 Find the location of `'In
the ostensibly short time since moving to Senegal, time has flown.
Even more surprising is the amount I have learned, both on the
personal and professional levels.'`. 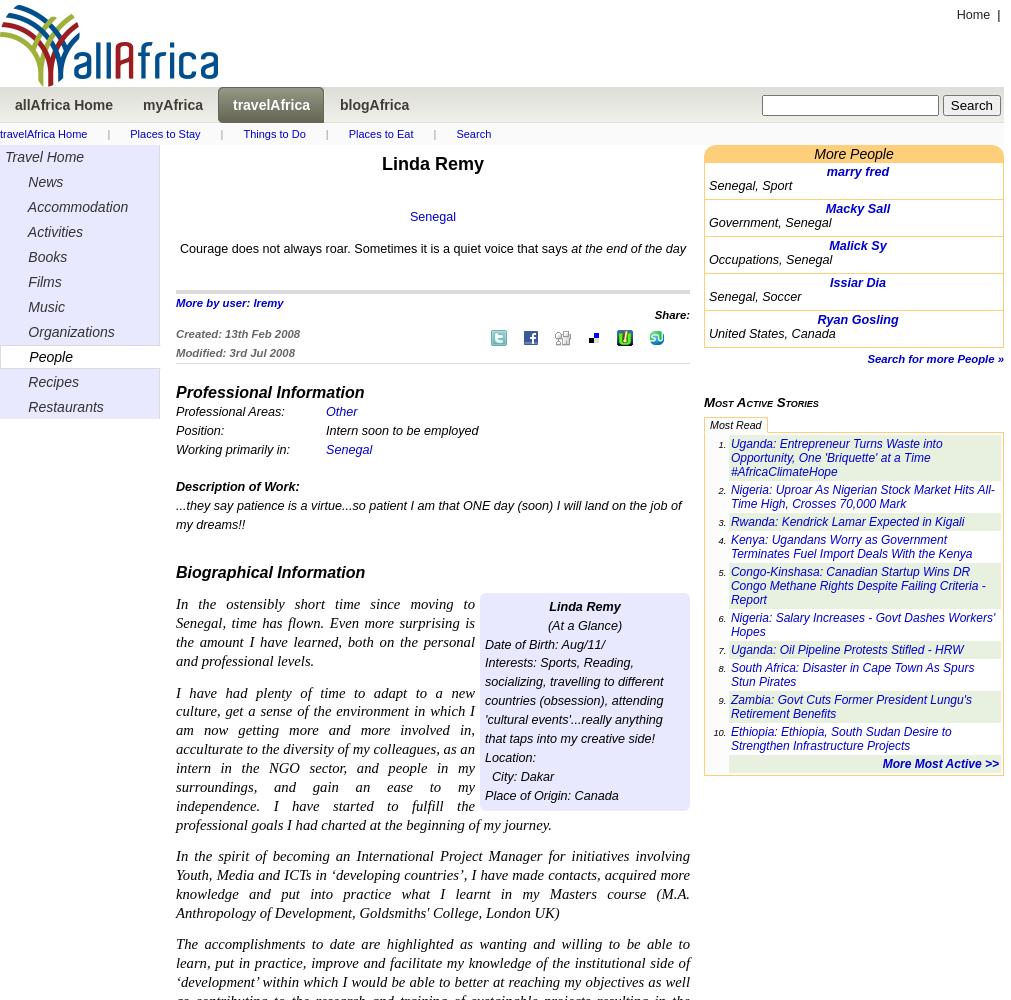

'In
the ostensibly short time since moving to Senegal, time has flown.
Even more surprising is the amount I have learned, both on the
personal and professional levels.' is located at coordinates (176, 632).